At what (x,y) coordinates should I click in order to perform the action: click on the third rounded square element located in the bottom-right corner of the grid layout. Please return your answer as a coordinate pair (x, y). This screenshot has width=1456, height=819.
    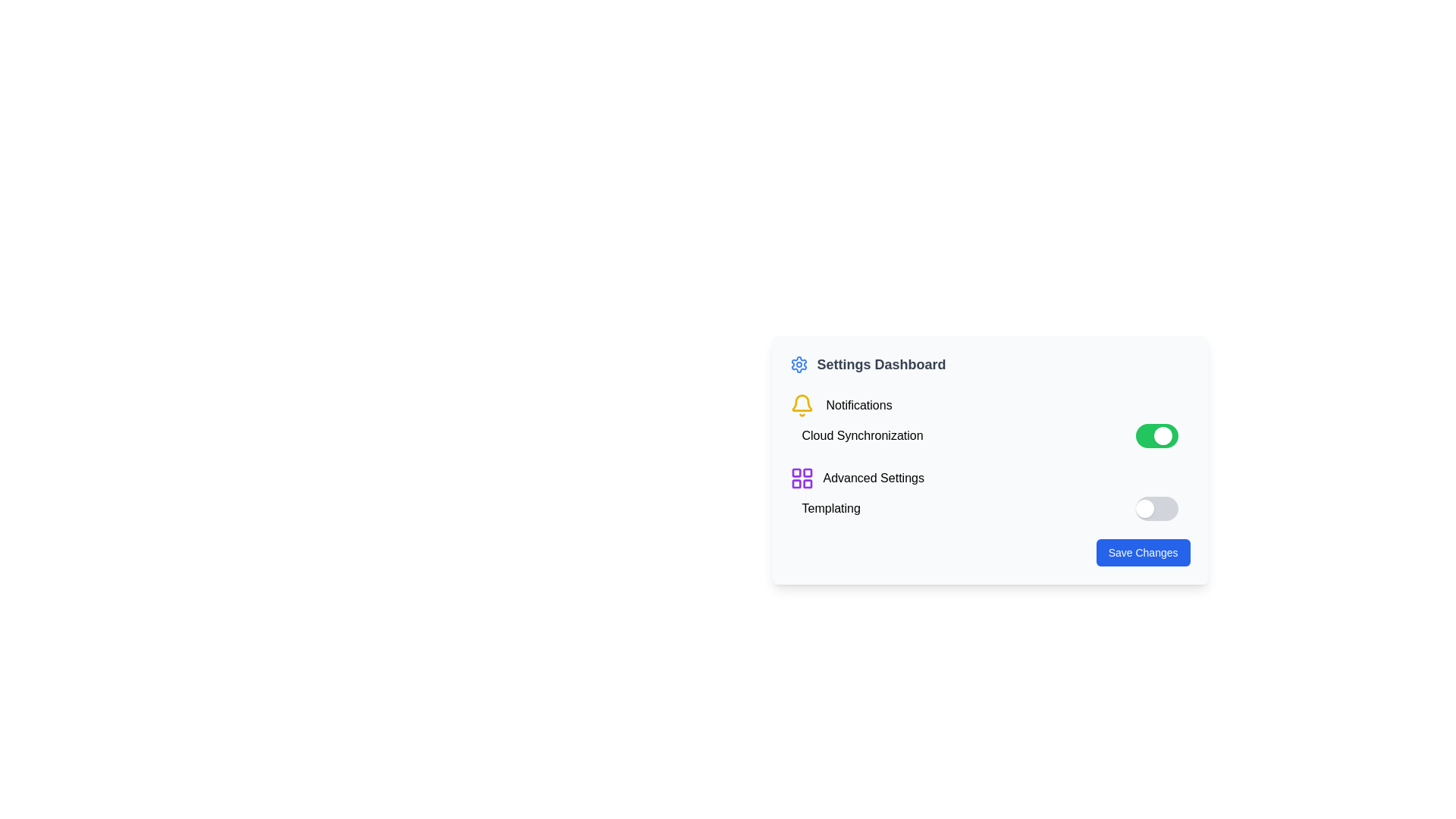
    Looking at the image, I should click on (806, 484).